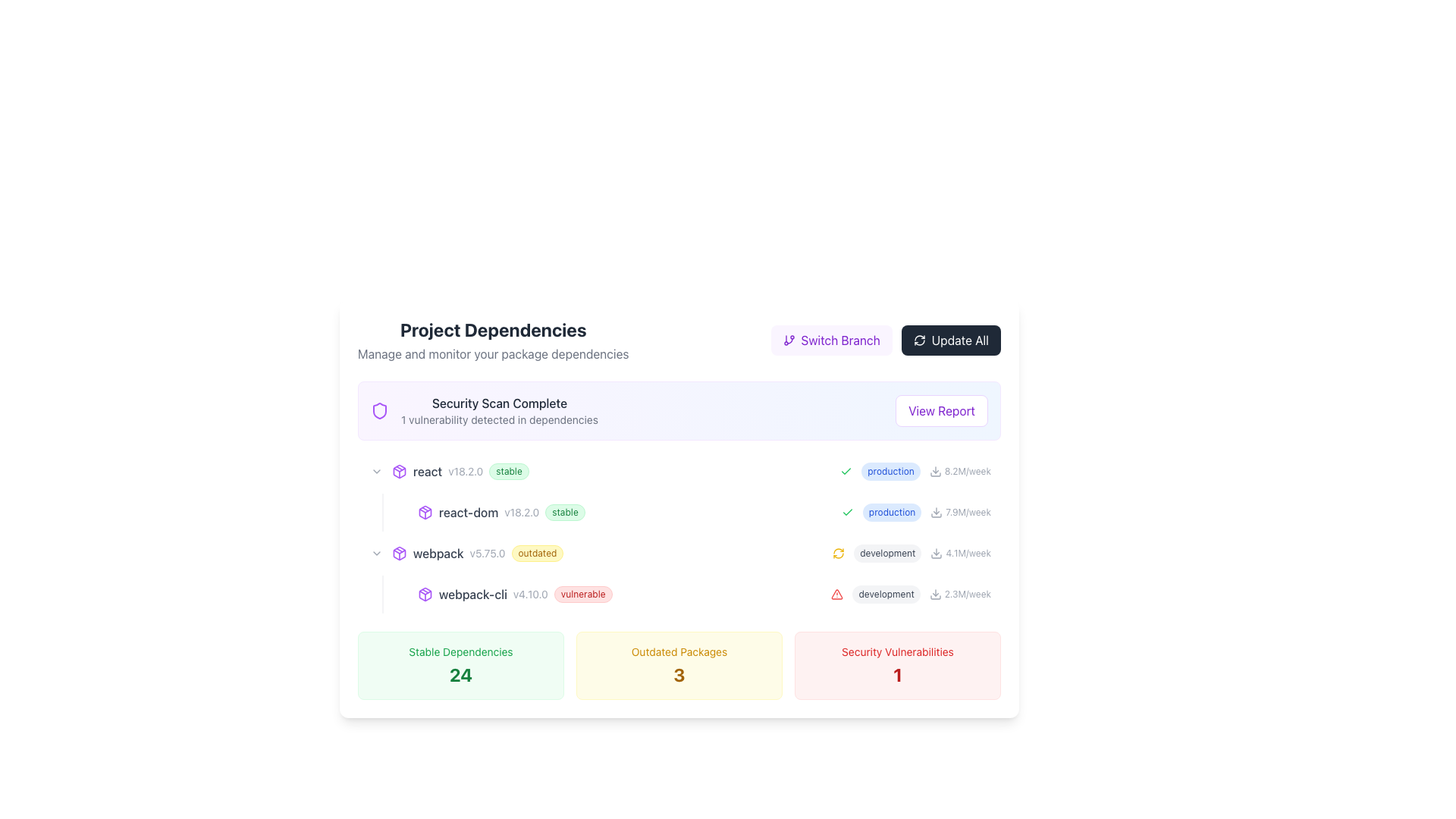 This screenshot has width=1456, height=819. What do you see at coordinates (564, 512) in the screenshot?
I see `the content of the small rectangular badge with a light green background and the text 'stable' in green, located to the right of the version number 'v18.2.0'` at bounding box center [564, 512].